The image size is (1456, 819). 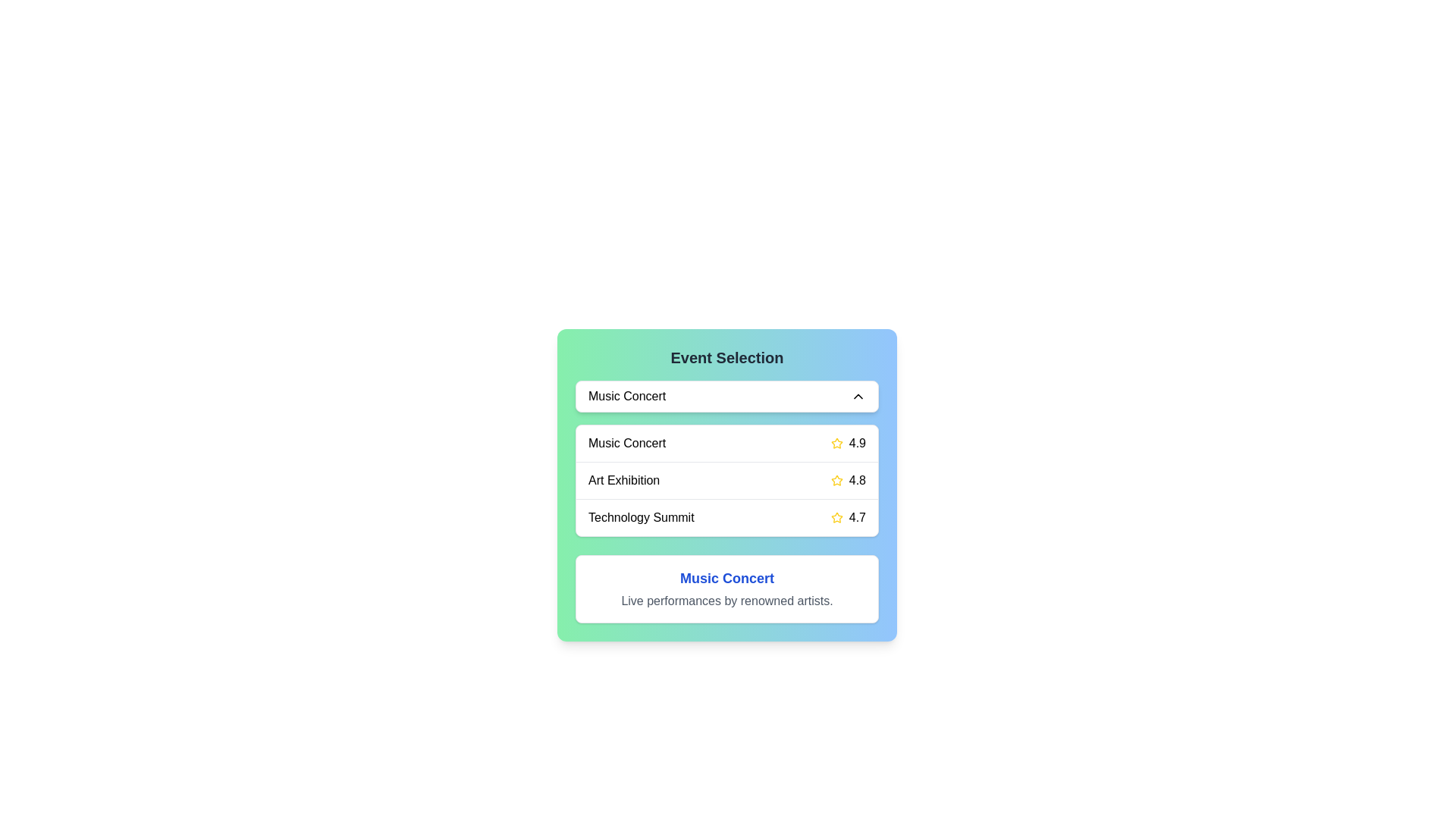 What do you see at coordinates (726, 479) in the screenshot?
I see `the event entry titled 'Art Exhibition' which has a user rating of 4.8 in the vertical list of events` at bounding box center [726, 479].